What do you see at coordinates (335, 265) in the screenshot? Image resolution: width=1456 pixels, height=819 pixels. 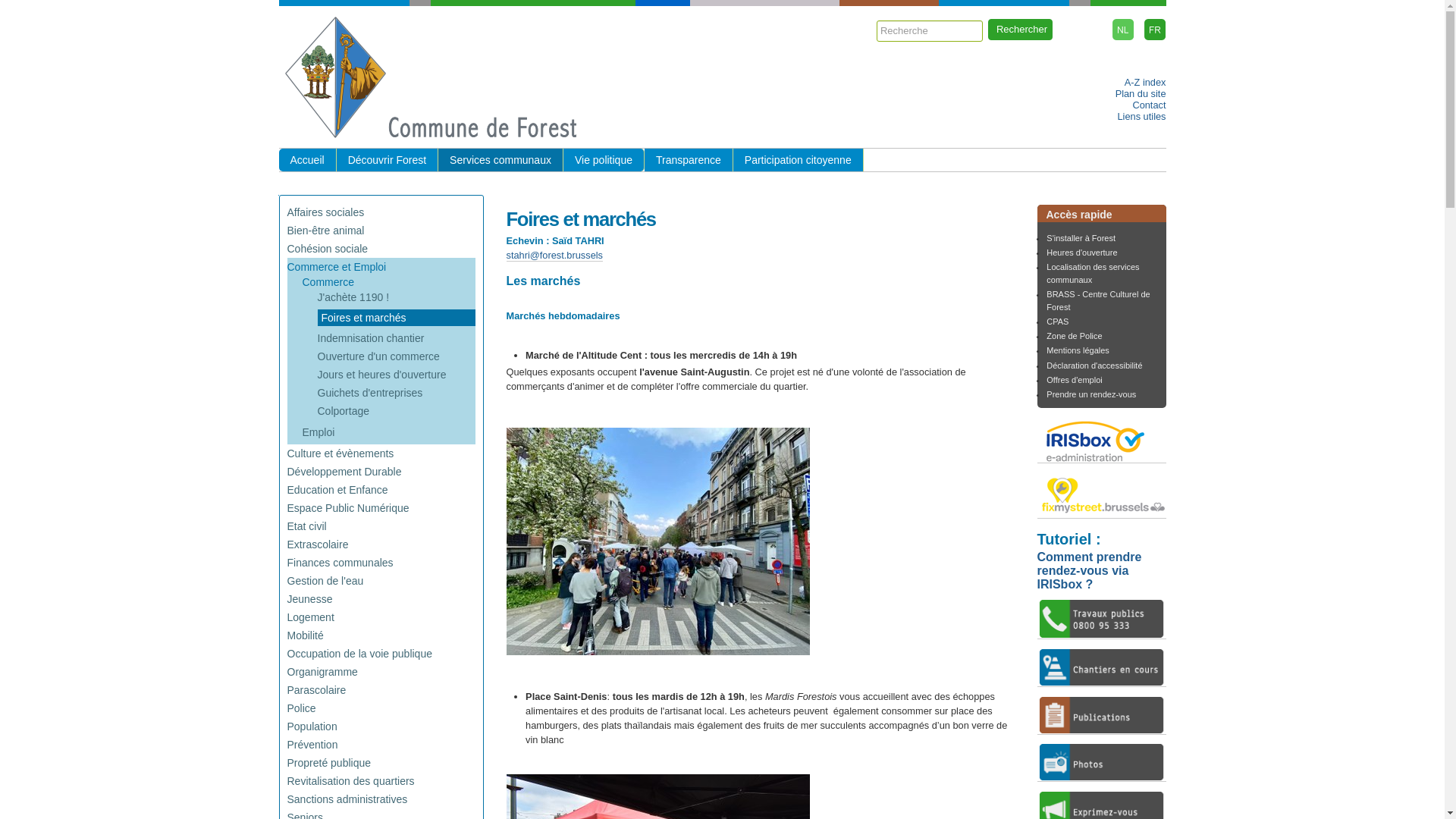 I see `'Commerce et Emploi'` at bounding box center [335, 265].